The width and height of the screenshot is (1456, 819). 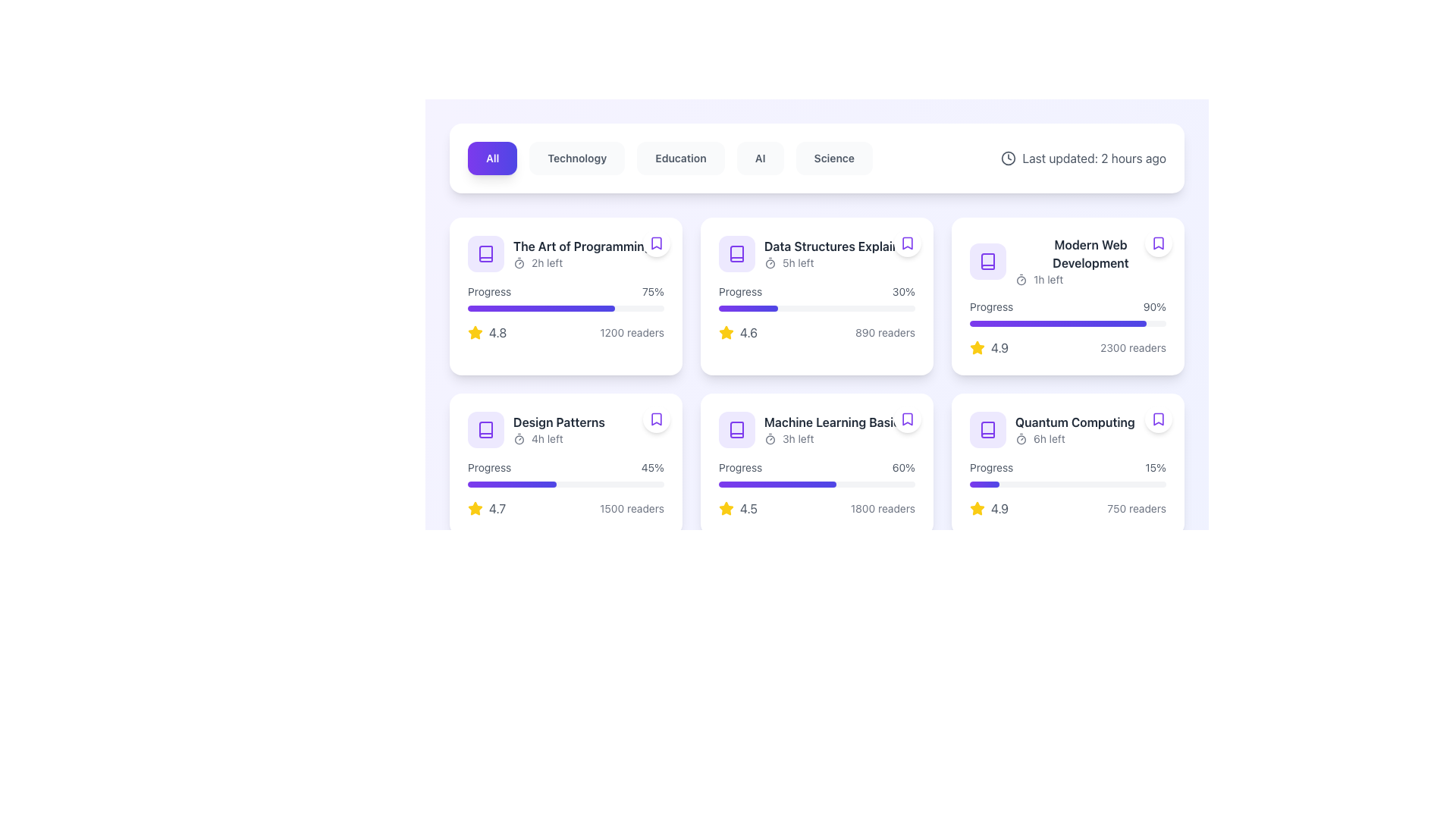 What do you see at coordinates (987, 430) in the screenshot?
I see `the educational resource icon representing 'Data Structures Explained', located in the upper-left corner of the corresponding card` at bounding box center [987, 430].